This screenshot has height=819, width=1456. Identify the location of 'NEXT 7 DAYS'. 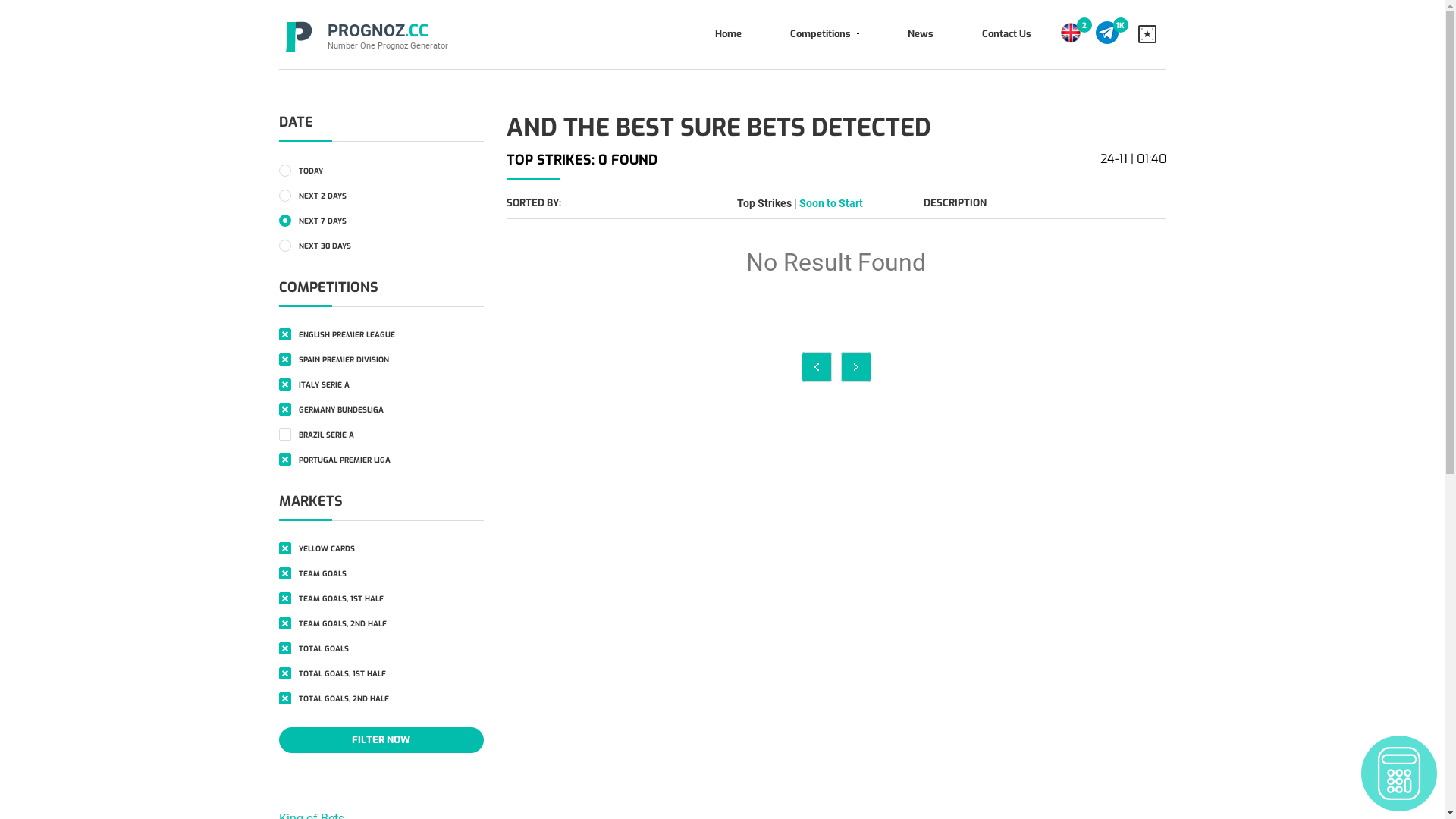
(381, 220).